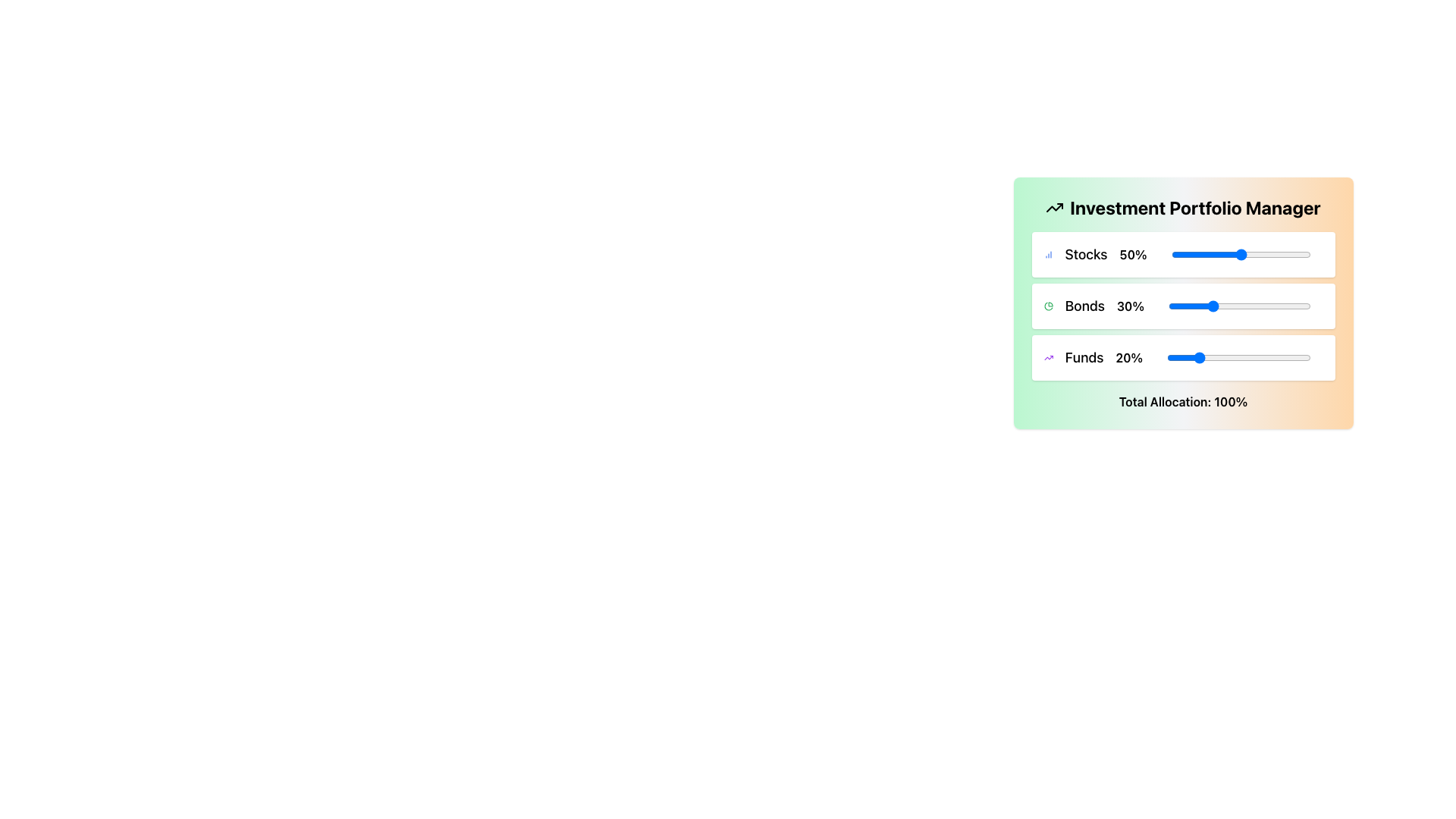 The width and height of the screenshot is (1456, 819). What do you see at coordinates (1241, 306) in the screenshot?
I see `the Bonds slider value` at bounding box center [1241, 306].